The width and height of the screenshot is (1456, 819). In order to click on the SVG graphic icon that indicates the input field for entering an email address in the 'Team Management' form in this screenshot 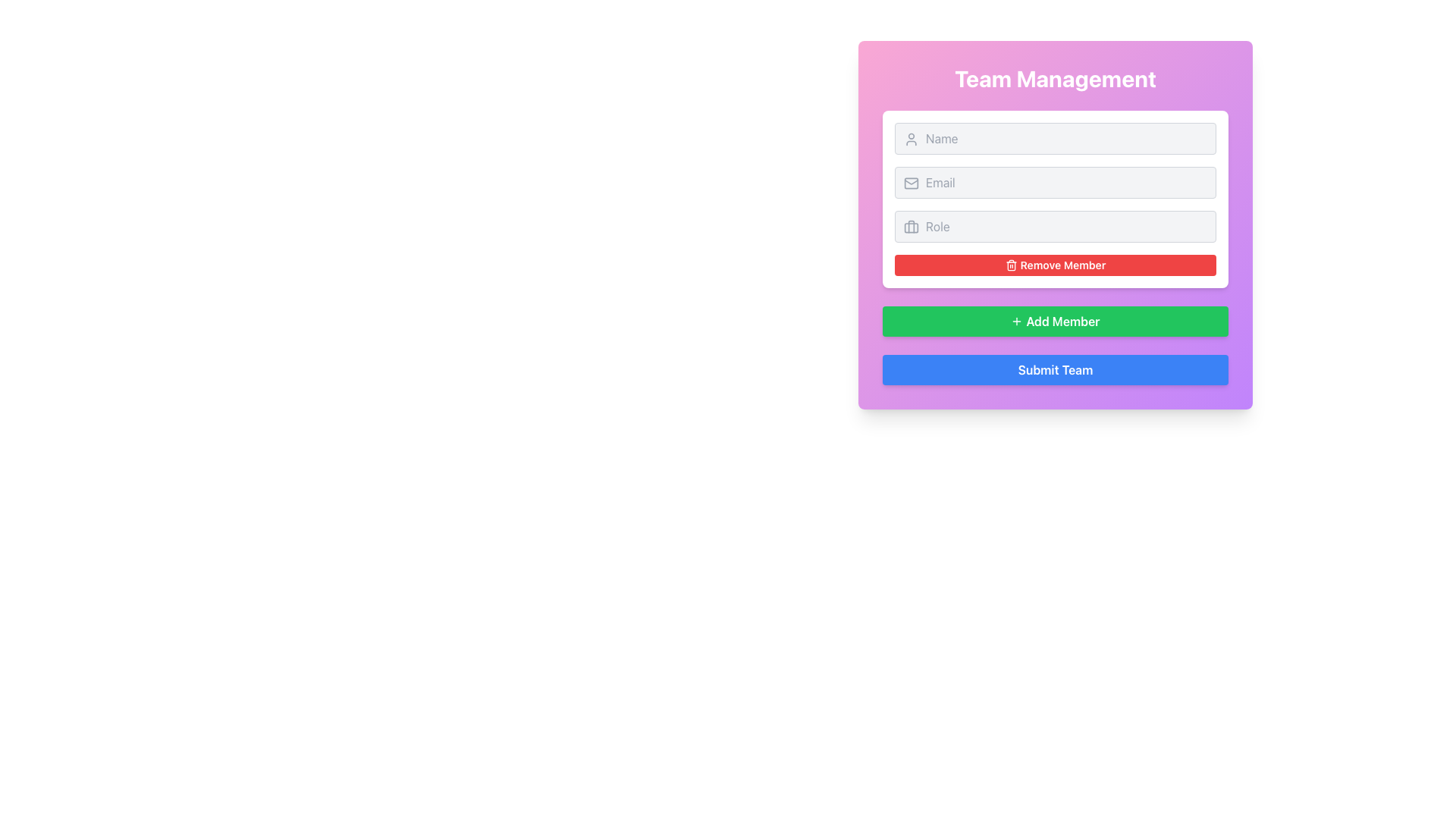, I will do `click(910, 183)`.